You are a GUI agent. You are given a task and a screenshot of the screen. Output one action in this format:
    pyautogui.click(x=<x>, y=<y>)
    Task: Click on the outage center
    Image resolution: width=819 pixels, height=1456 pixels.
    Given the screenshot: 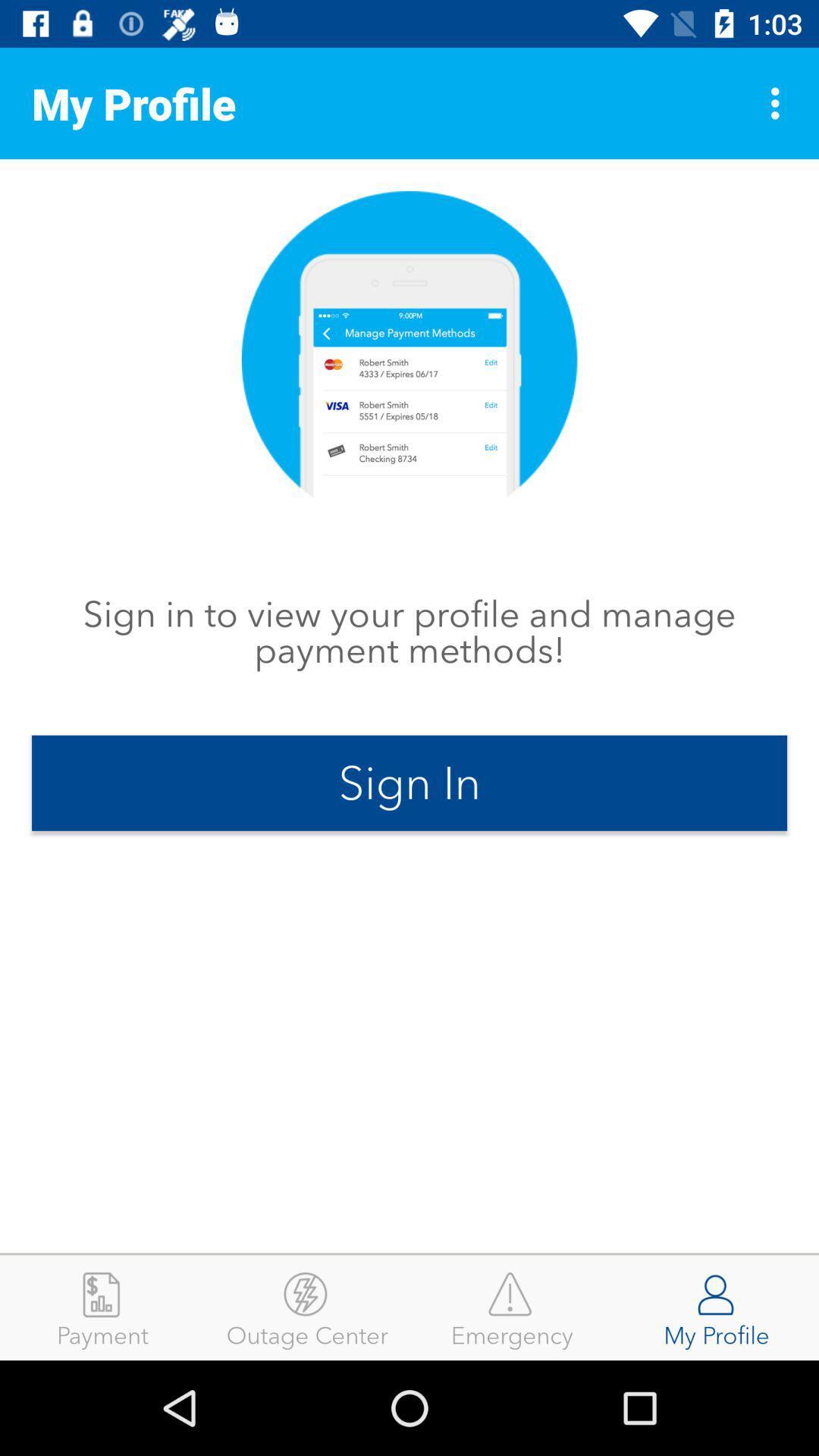 What is the action you would take?
    pyautogui.click(x=307, y=1307)
    